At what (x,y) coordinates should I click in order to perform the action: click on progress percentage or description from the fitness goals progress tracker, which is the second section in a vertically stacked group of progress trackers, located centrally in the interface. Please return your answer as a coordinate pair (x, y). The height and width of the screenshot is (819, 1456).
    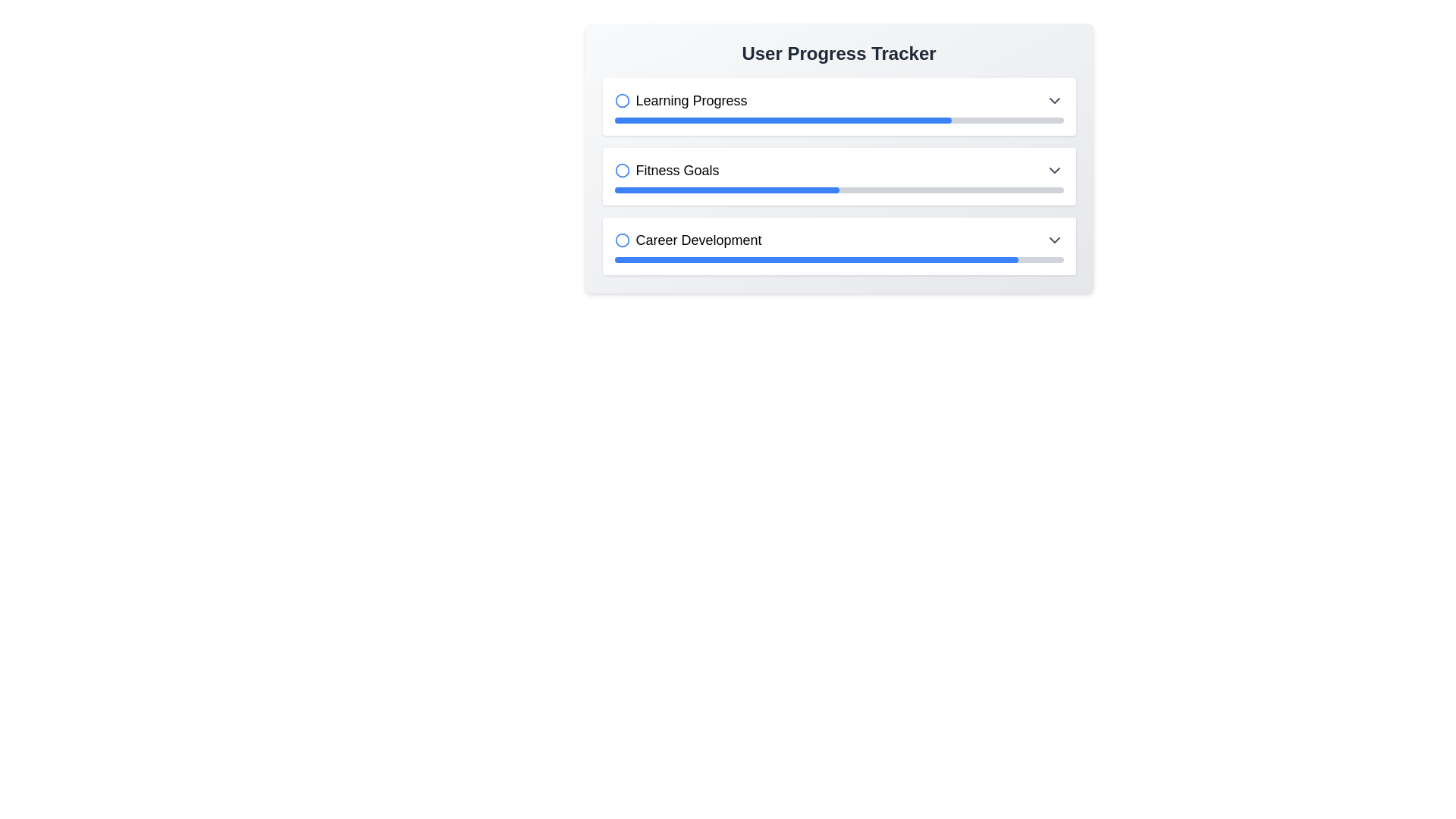
    Looking at the image, I should click on (838, 175).